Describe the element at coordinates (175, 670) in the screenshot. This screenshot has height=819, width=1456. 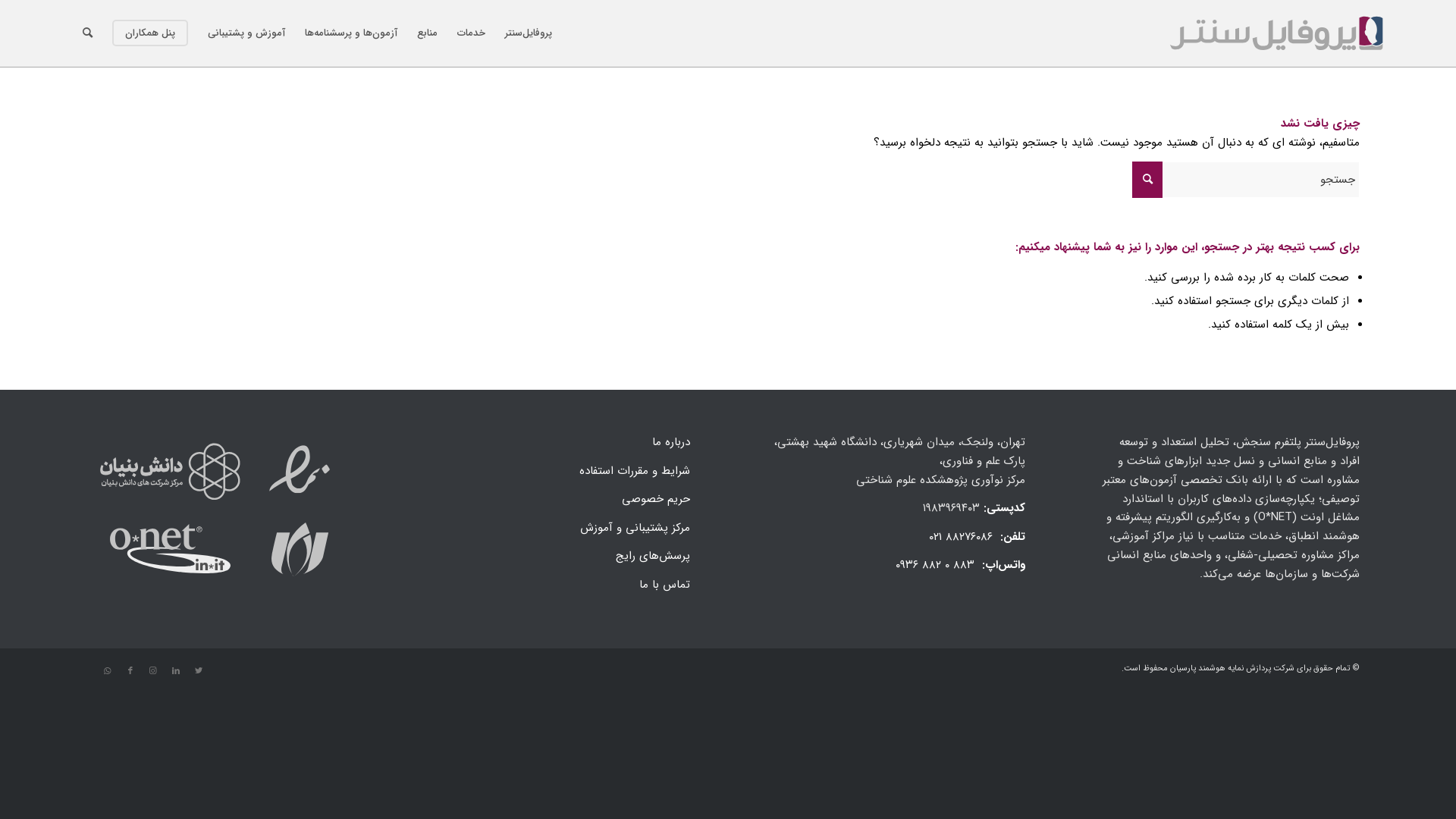
I see `'LinkedIn'` at that location.